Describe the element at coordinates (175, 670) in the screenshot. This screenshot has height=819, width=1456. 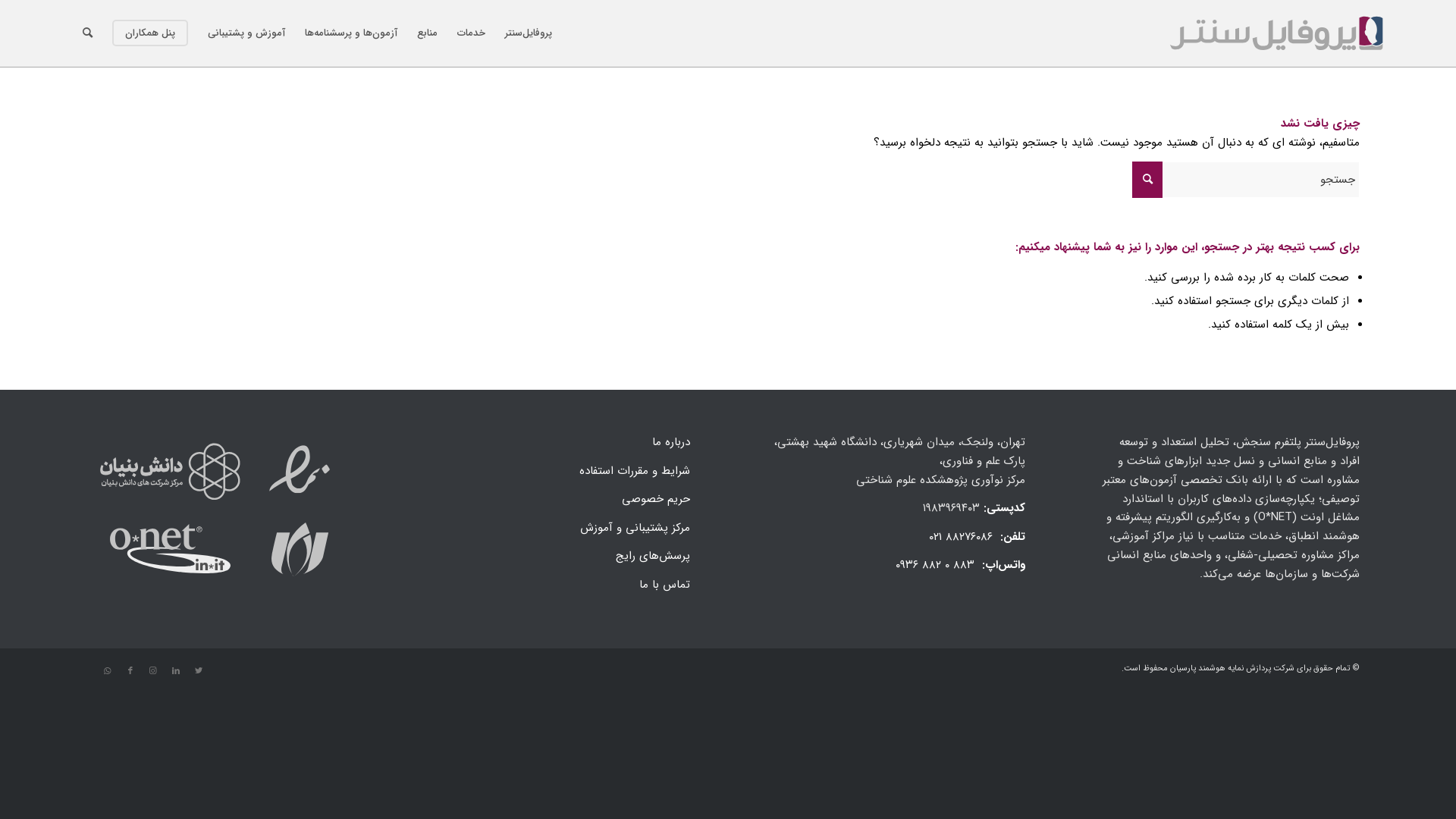
I see `'LinkedIn'` at that location.